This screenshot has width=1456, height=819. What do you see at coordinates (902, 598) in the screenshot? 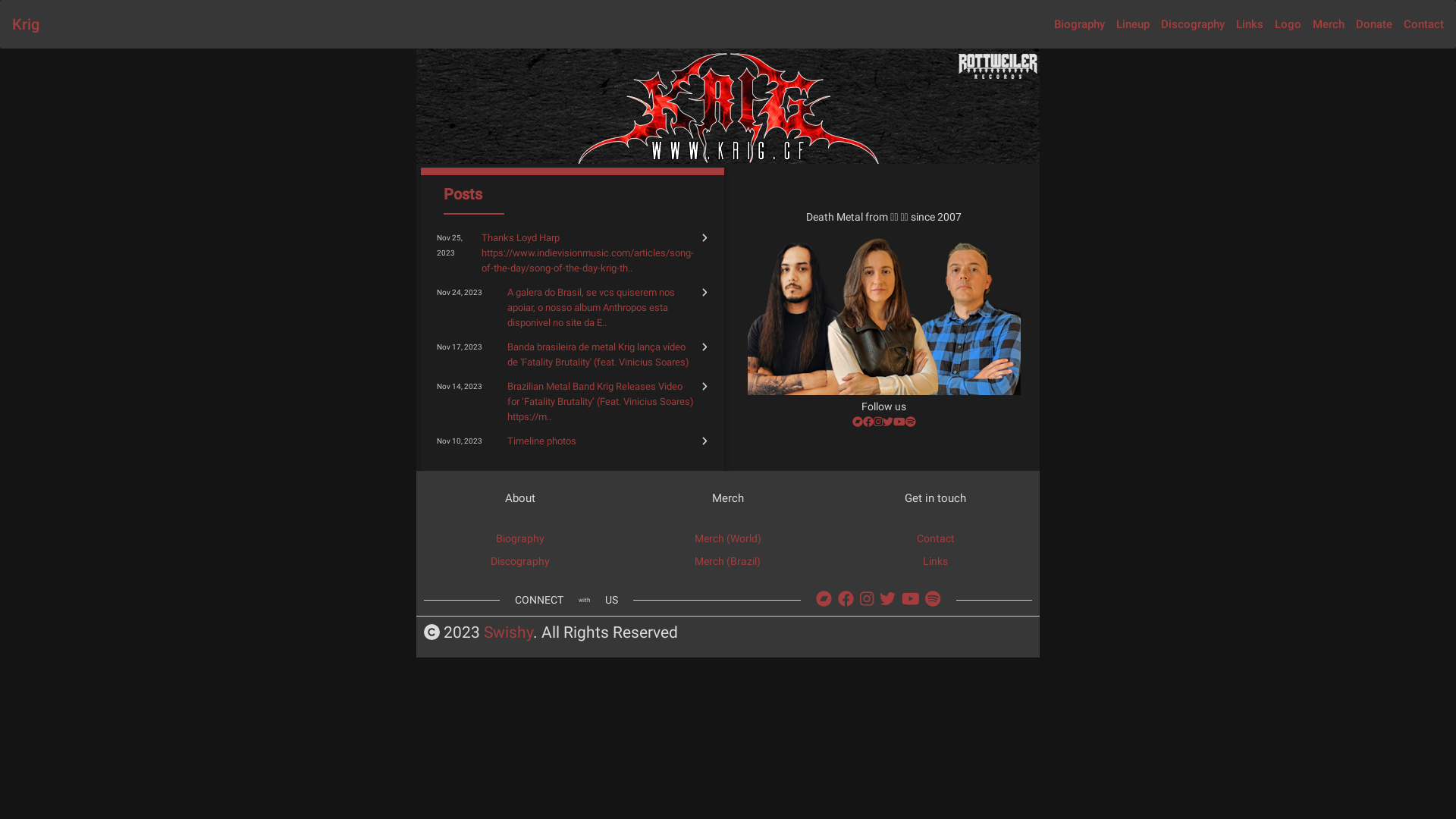
I see `'Youtube'` at bounding box center [902, 598].